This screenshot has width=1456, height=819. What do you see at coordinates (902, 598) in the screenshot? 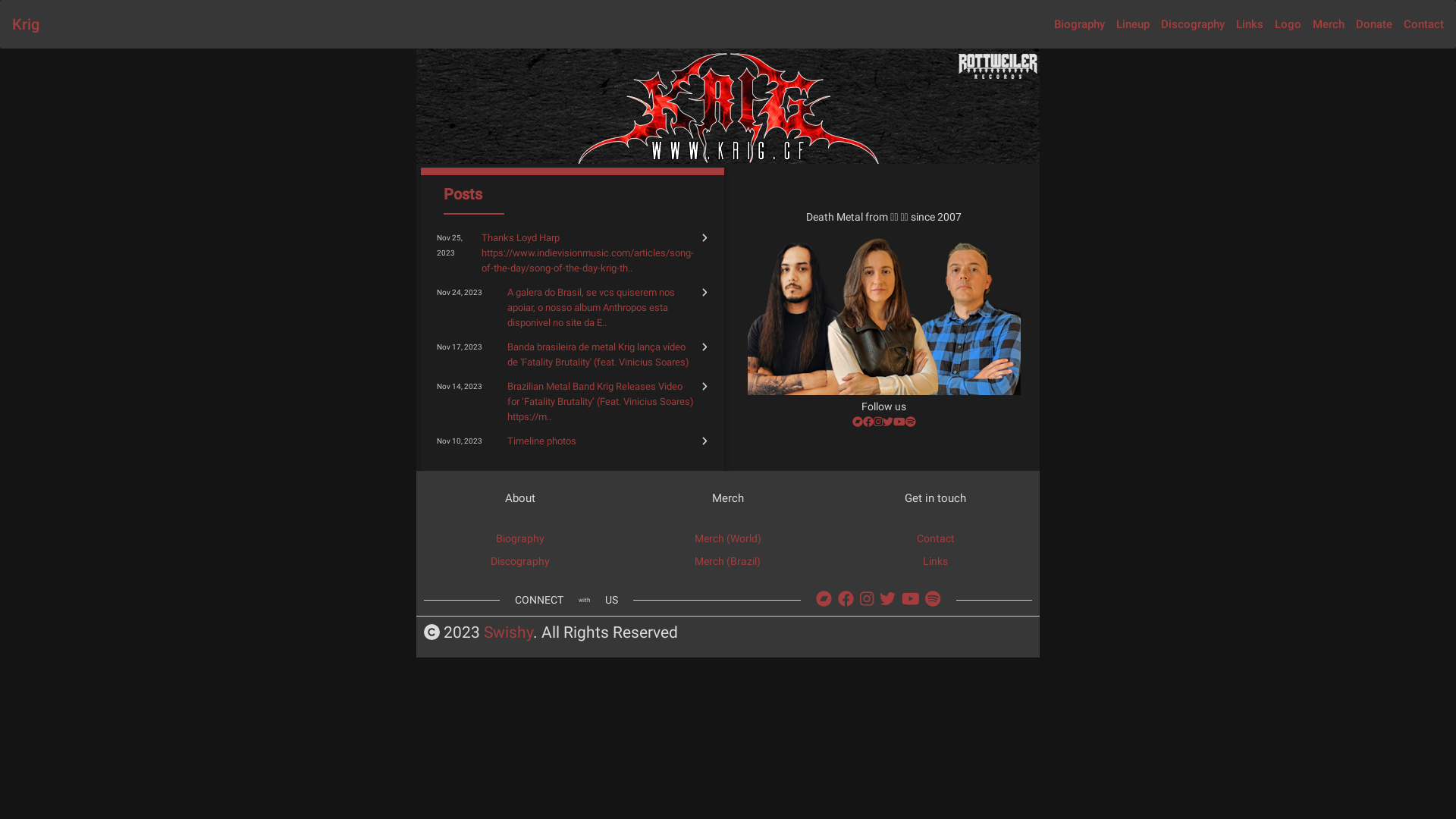
I see `'Youtube'` at bounding box center [902, 598].